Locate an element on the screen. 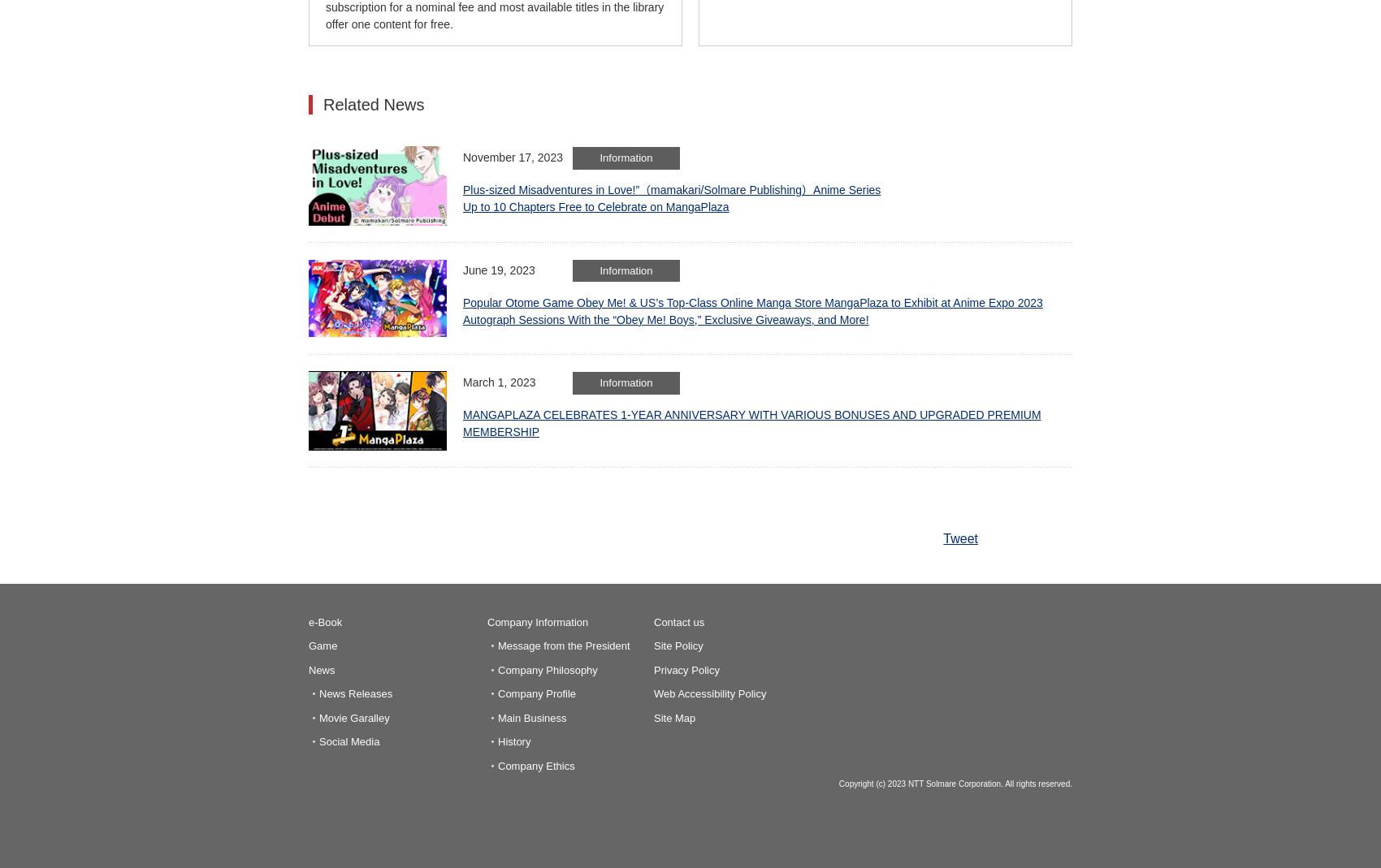  'Related News' is located at coordinates (374, 105).